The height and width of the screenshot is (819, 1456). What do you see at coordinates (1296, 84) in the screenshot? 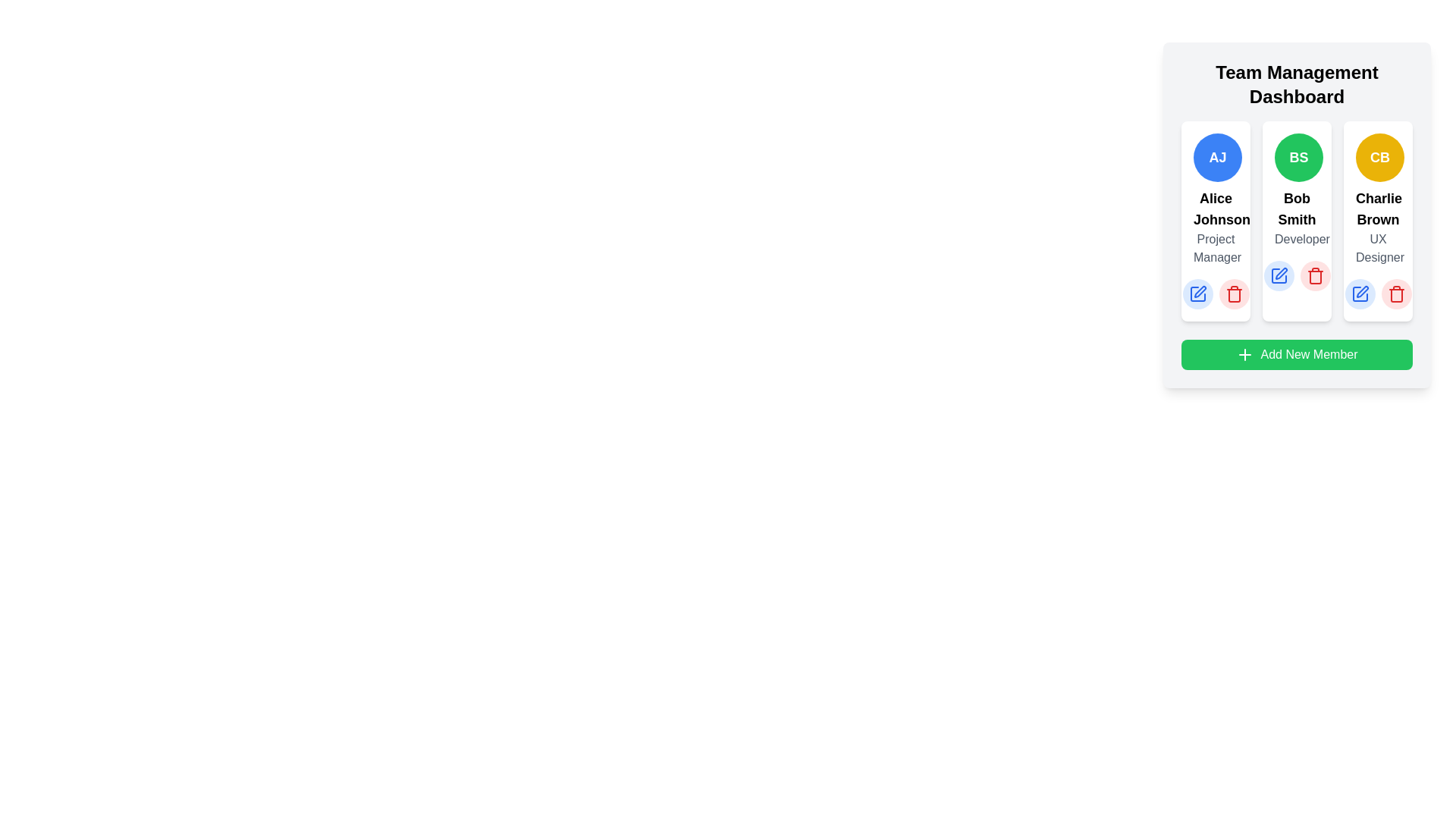
I see `the title text element at the top-center of the dashboard, which serves as the heading for the section` at bounding box center [1296, 84].